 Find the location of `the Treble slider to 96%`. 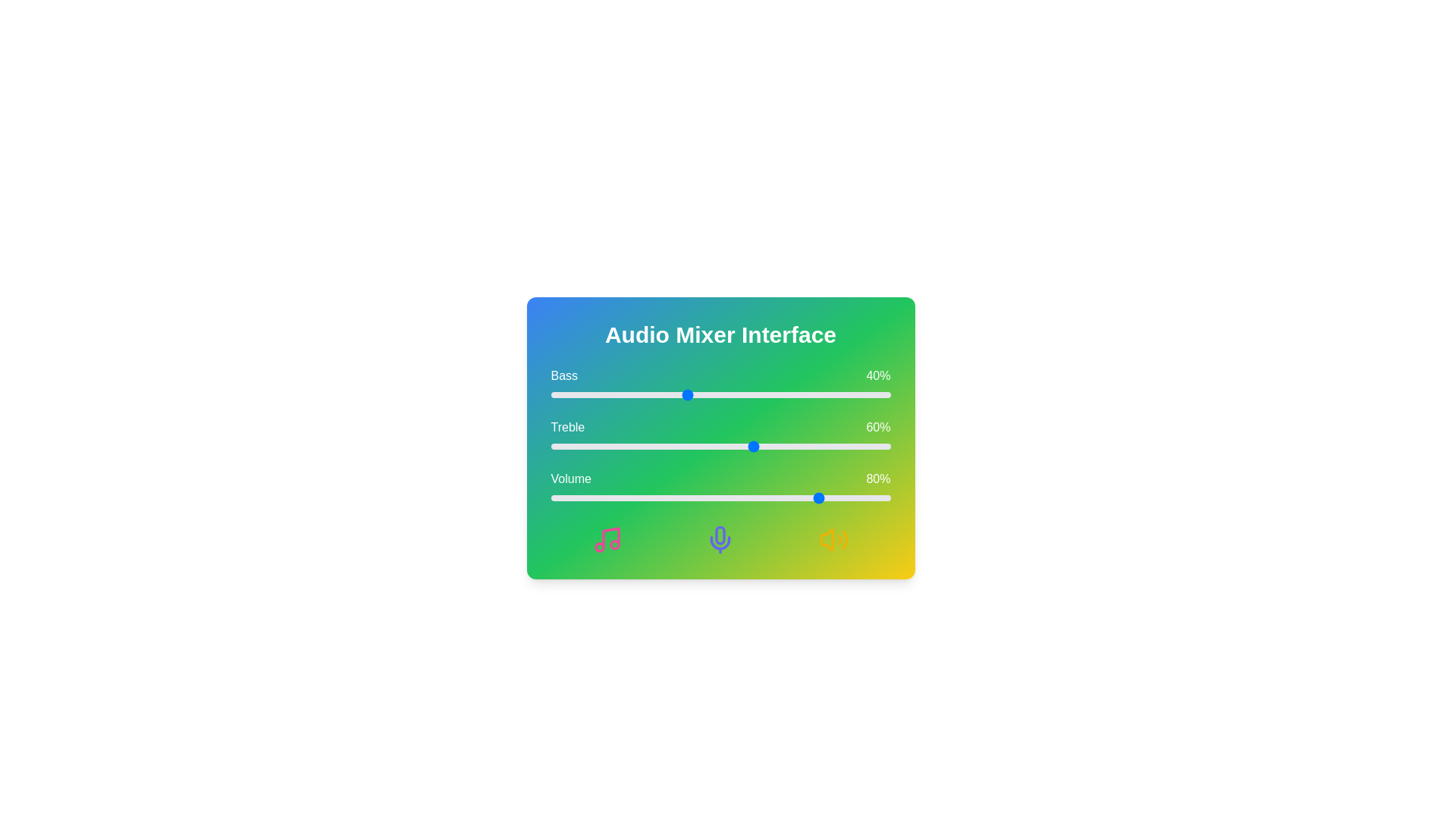

the Treble slider to 96% is located at coordinates (877, 446).